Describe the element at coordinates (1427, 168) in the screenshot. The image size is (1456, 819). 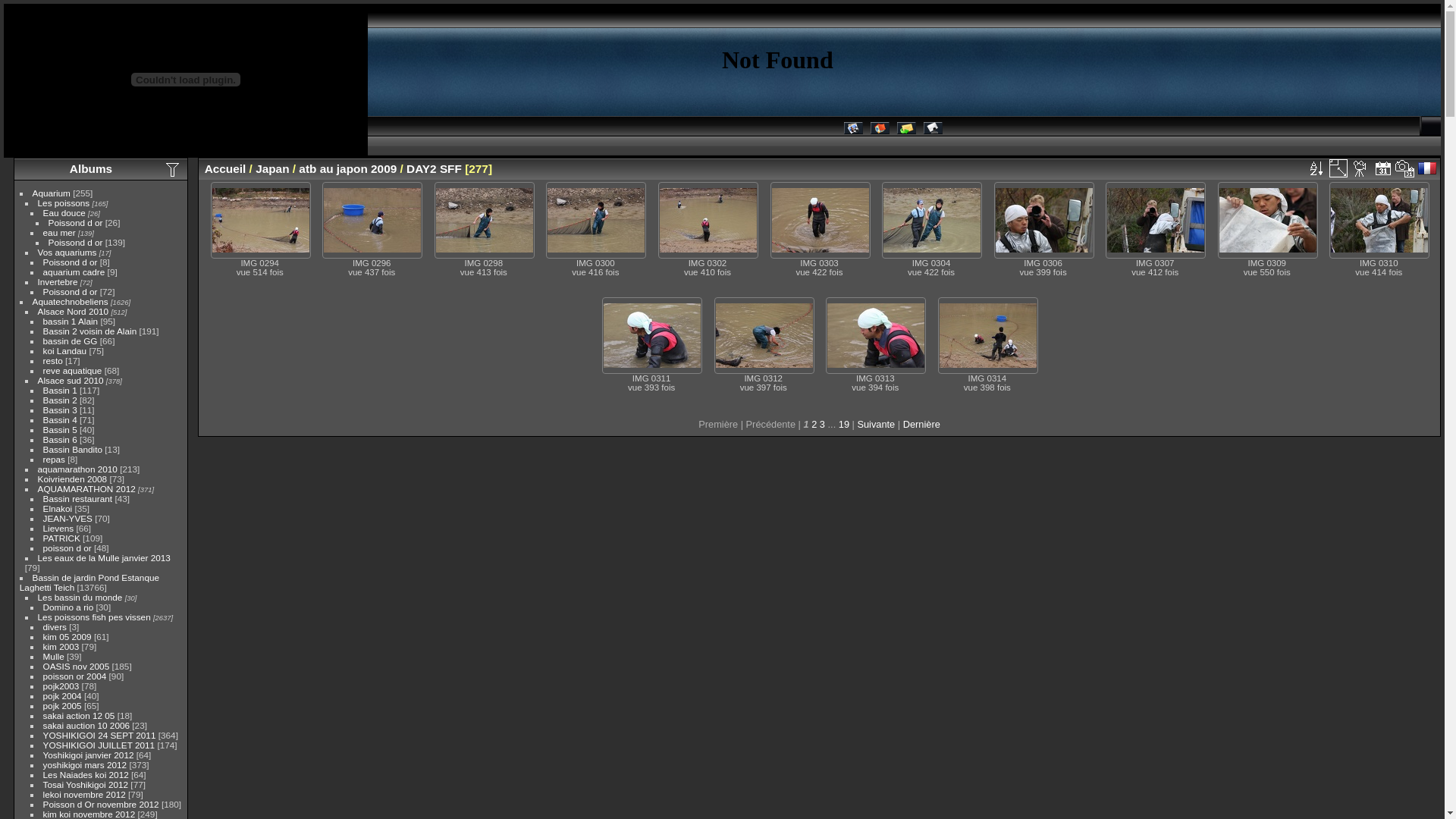
I see `'Langue'` at that location.